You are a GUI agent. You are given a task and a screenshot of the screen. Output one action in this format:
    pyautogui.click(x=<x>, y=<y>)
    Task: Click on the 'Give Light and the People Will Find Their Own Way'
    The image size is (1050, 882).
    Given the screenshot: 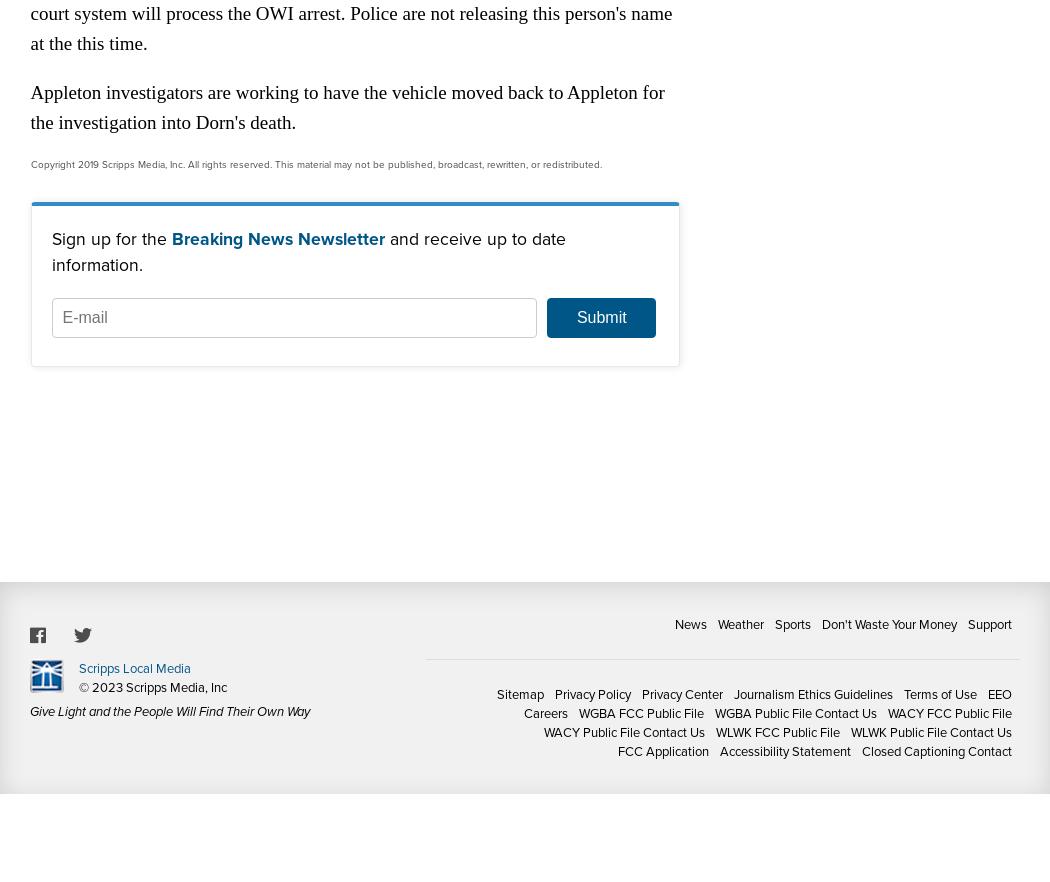 What is the action you would take?
    pyautogui.click(x=169, y=711)
    